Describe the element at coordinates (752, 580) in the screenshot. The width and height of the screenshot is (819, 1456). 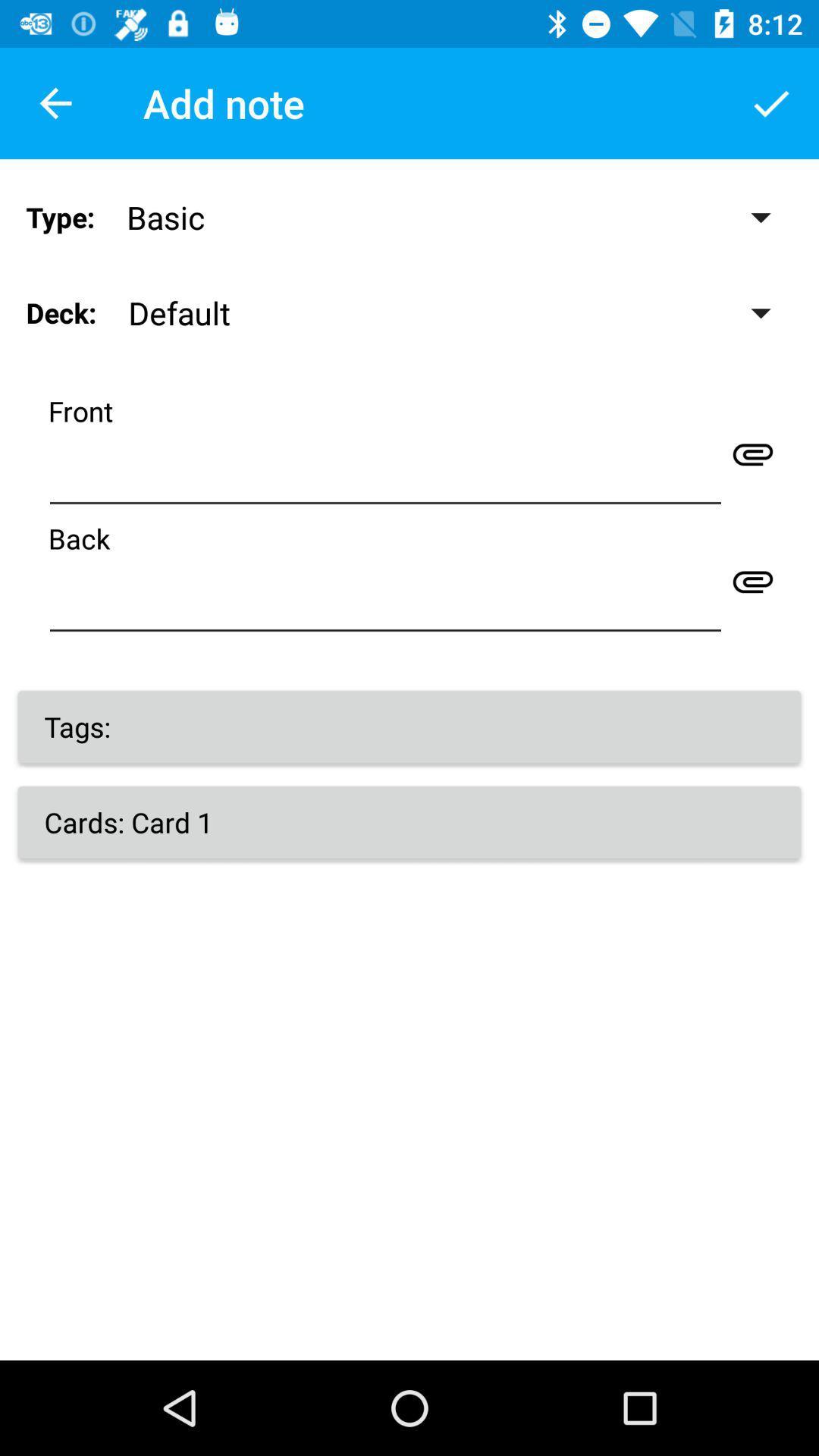
I see `the attach_file icon` at that location.